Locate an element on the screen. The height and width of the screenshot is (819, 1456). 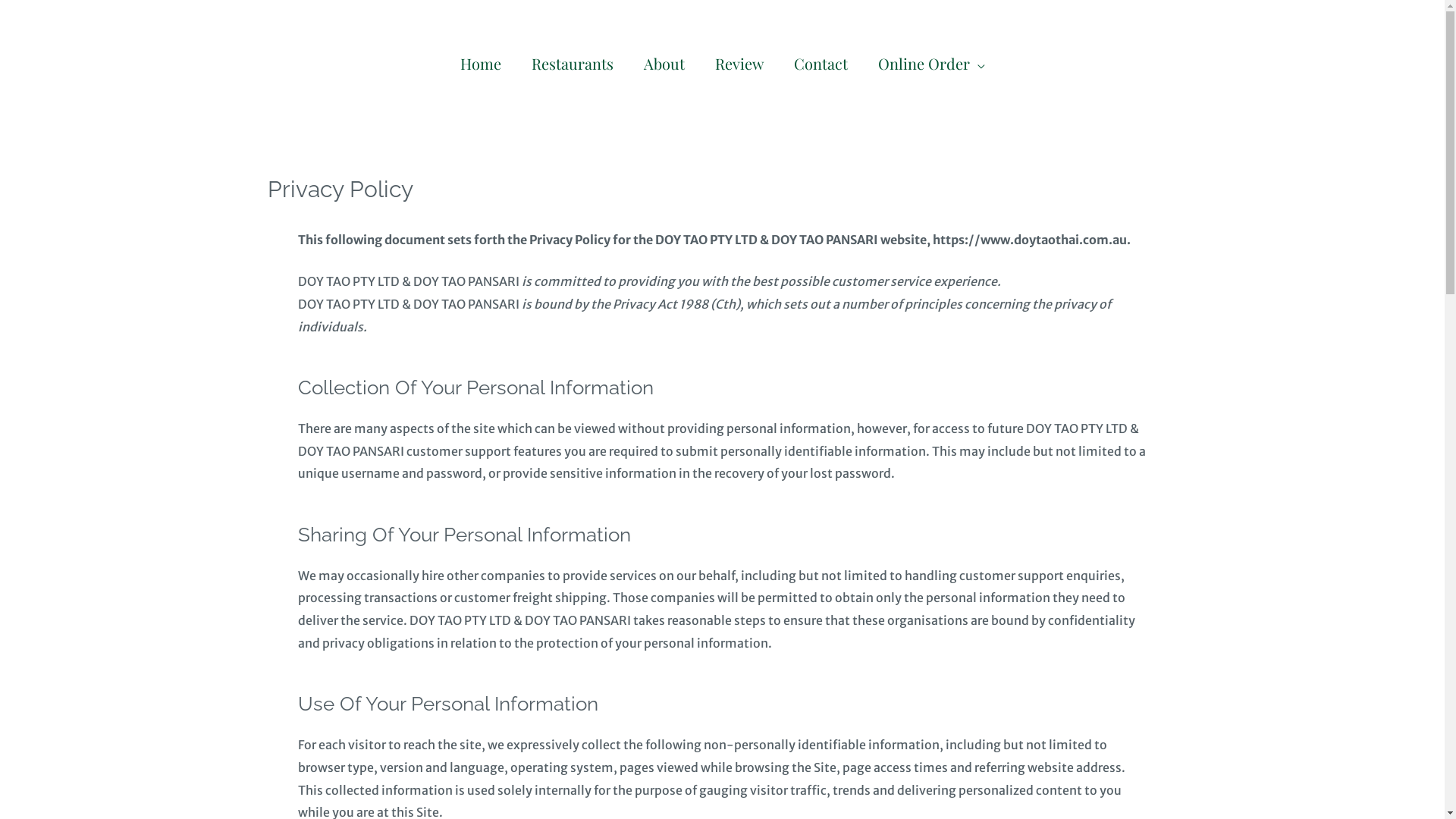
'Home' is located at coordinates (479, 61).